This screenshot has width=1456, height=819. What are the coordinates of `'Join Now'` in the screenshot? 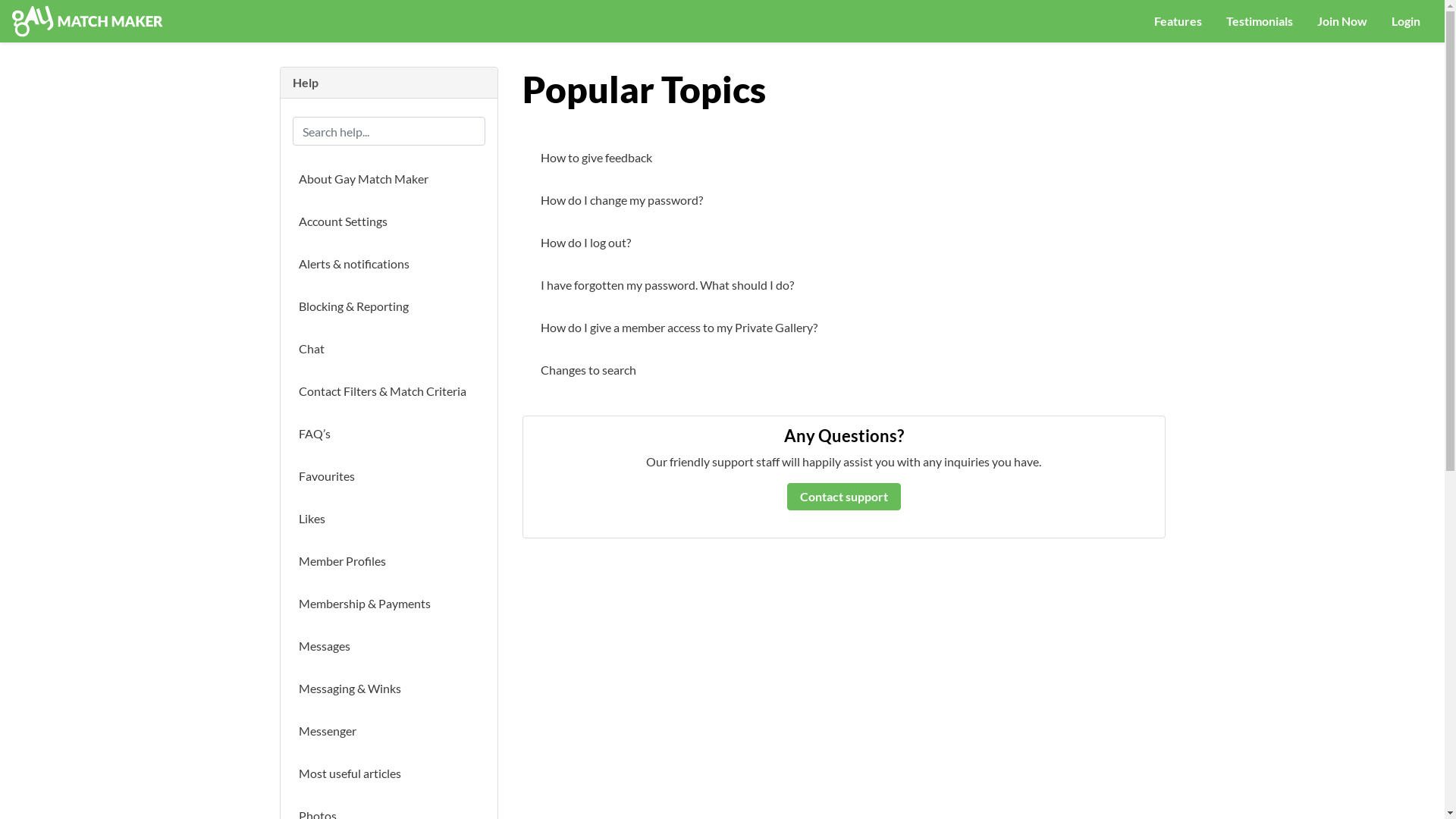 It's located at (1342, 20).